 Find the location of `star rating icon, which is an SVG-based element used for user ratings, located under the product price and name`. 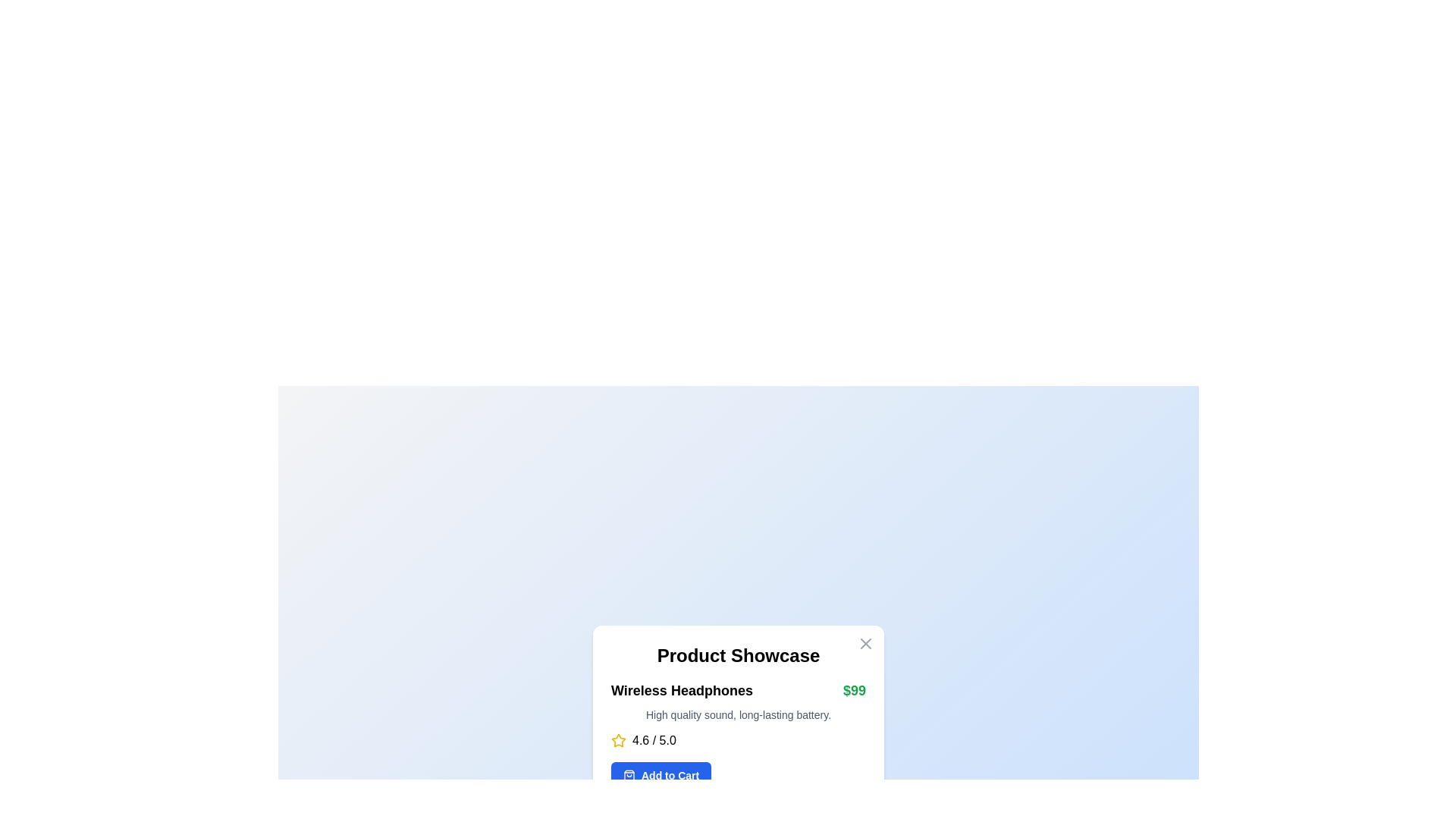

star rating icon, which is an SVG-based element used for user ratings, located under the product price and name is located at coordinates (619, 739).